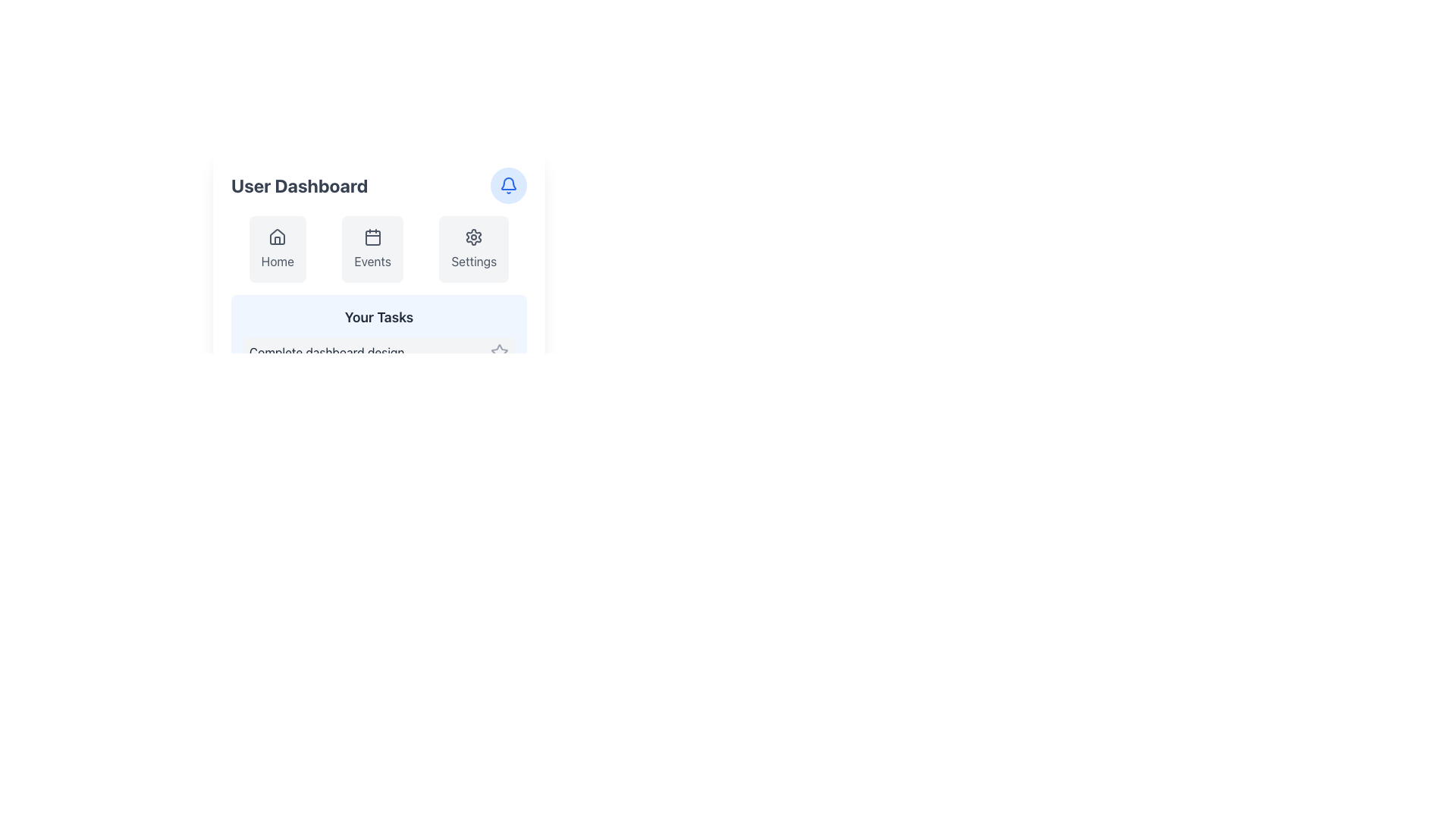  I want to click on the star icon located at the right end of the 'Complete dashboard design' task item, which changes color from gray to blue on hover, so click(499, 353).